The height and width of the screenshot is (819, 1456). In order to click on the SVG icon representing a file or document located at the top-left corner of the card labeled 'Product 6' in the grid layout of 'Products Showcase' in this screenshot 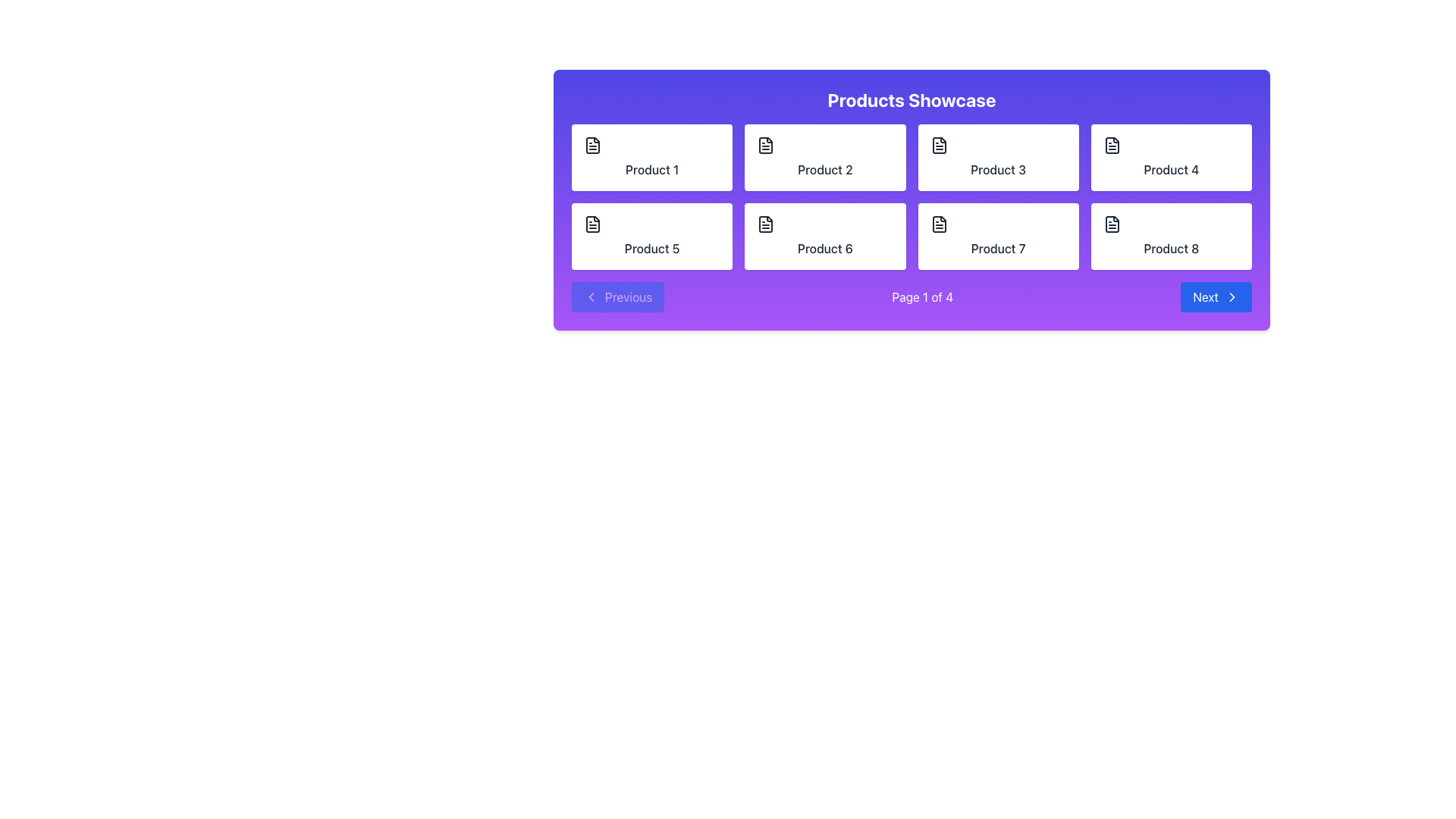, I will do `click(766, 224)`.